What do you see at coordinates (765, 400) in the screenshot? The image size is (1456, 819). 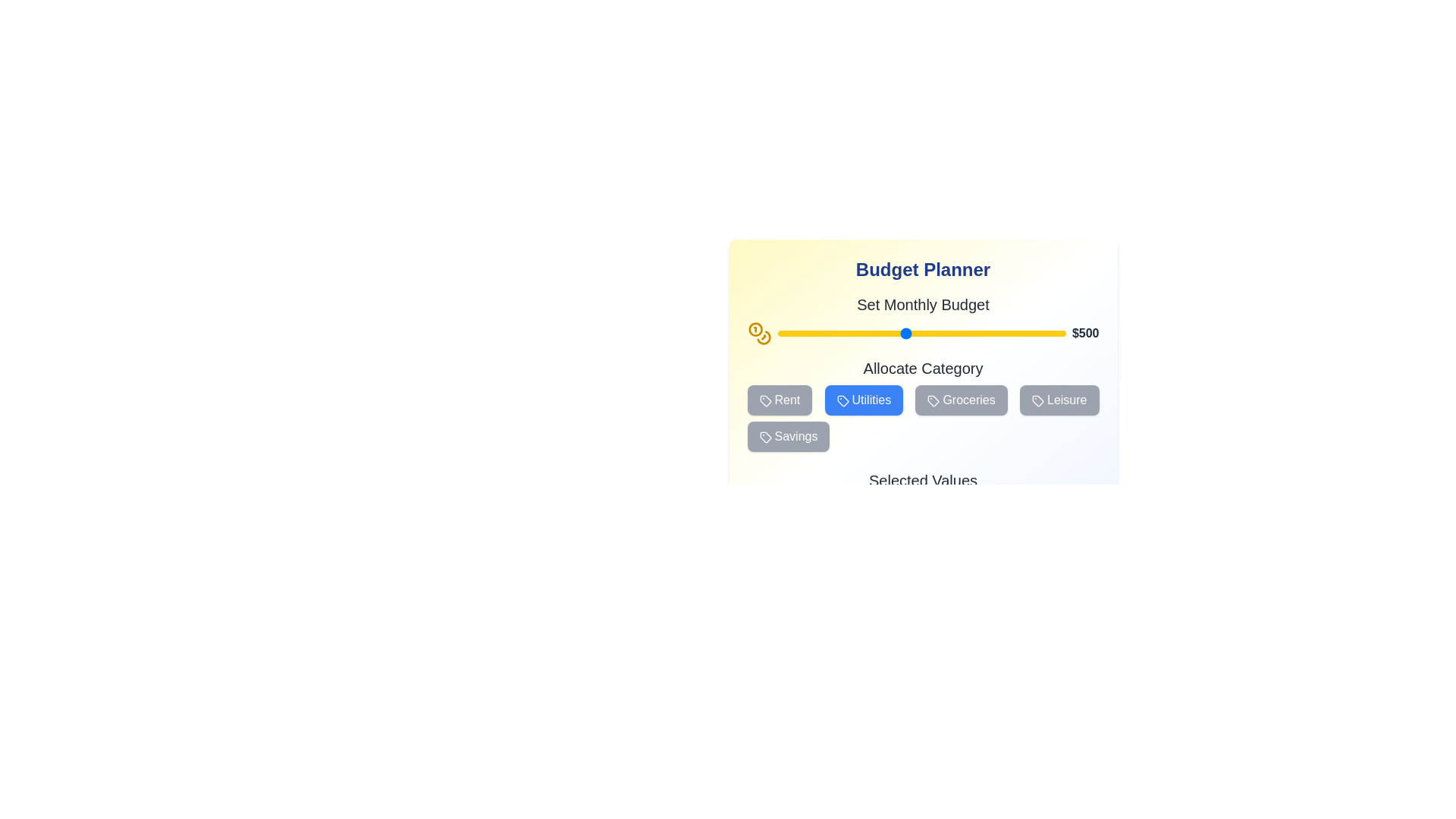 I see `the visual representation of the 'Rent' category icon located within the 'Rent' button in the budget allocation interface` at bounding box center [765, 400].